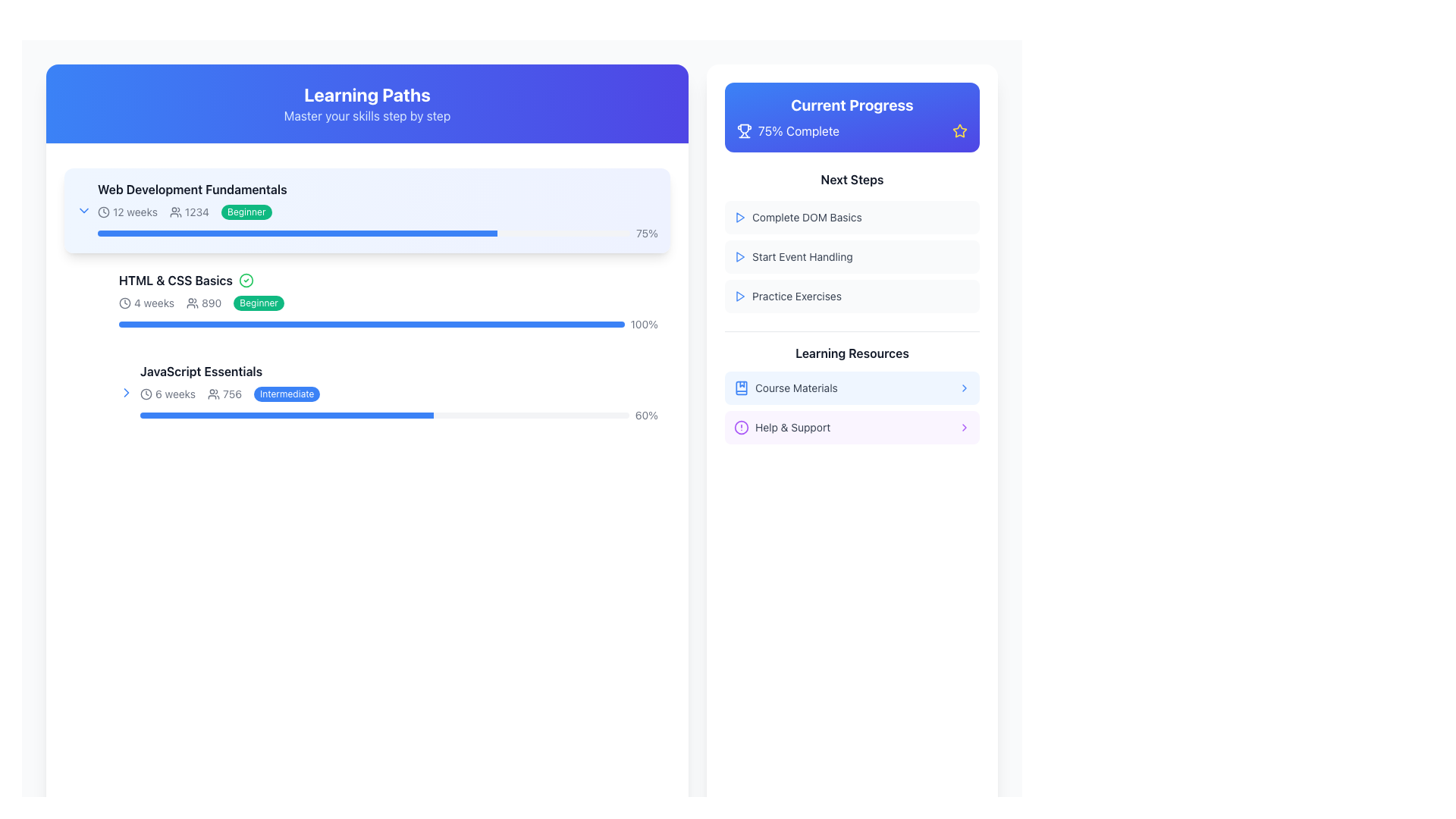 This screenshot has width=1456, height=819. Describe the element at coordinates (103, 212) in the screenshot. I see `the decorative SVG circle that is part of the clock icon located to the left of the '12 weeks' text in the 'Web Development Fundamentals' section` at that location.